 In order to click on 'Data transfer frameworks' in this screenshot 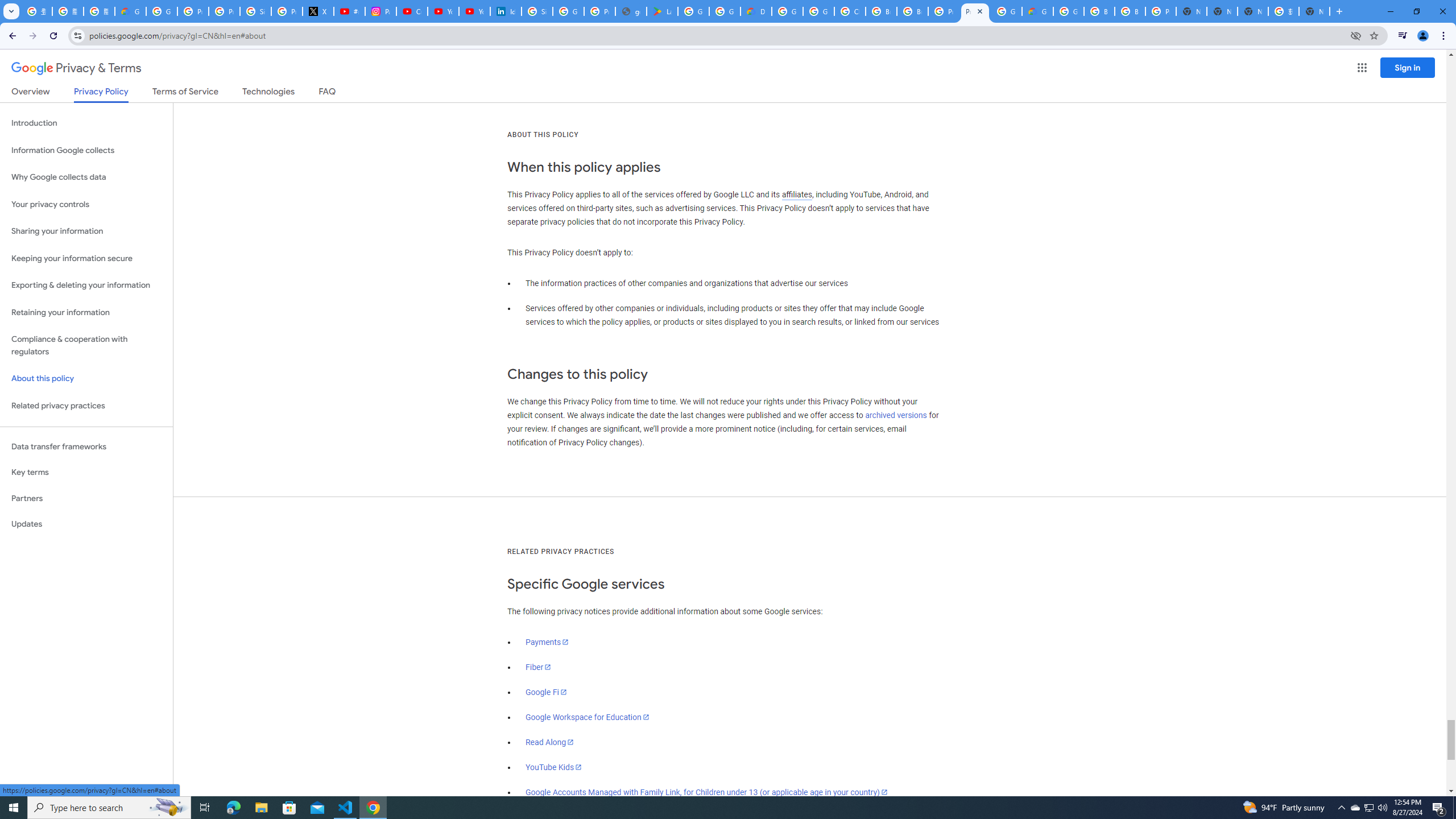, I will do `click(86, 446)`.